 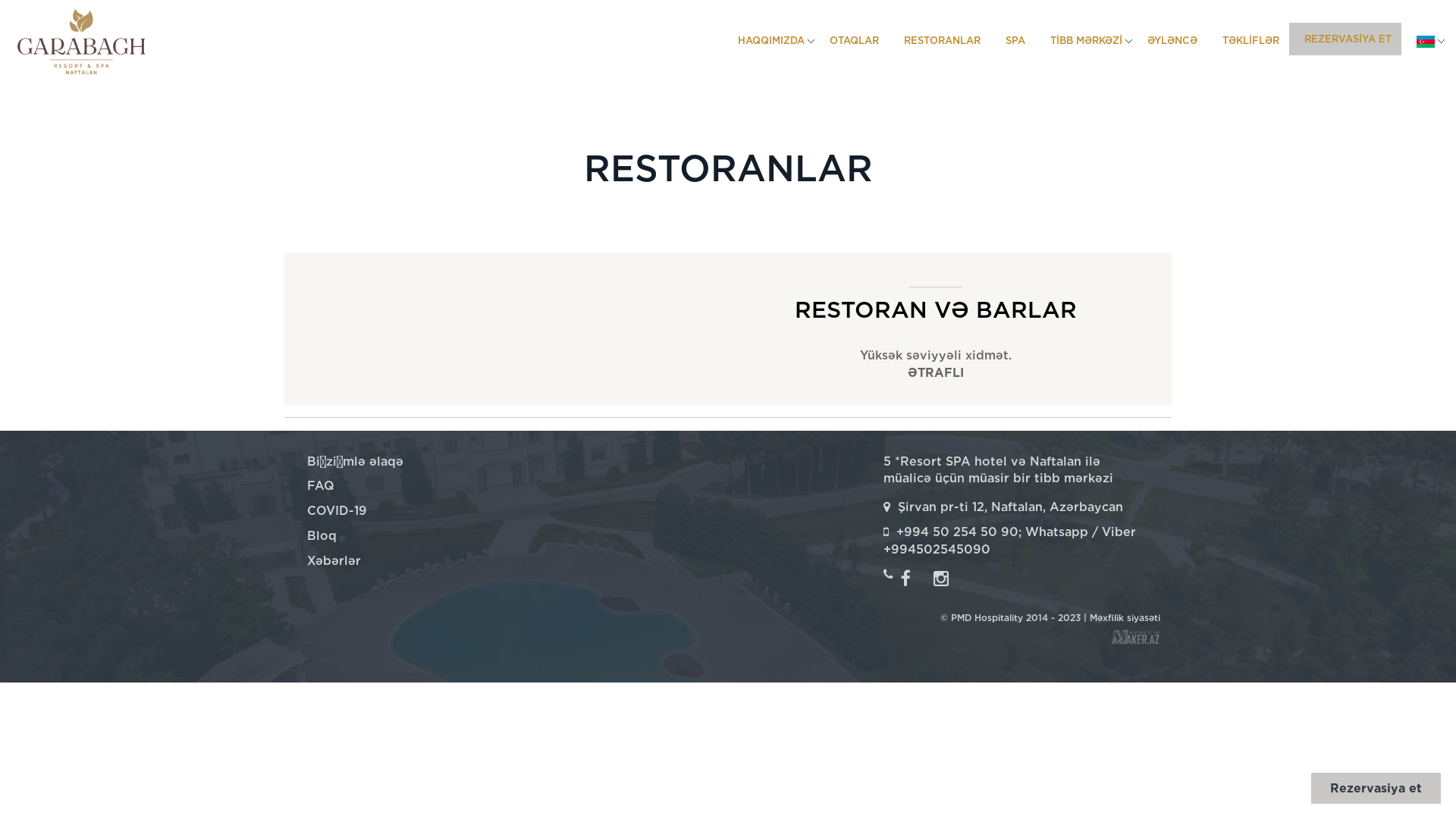 What do you see at coordinates (768, 40) in the screenshot?
I see `'HAQQIMIZDA'` at bounding box center [768, 40].